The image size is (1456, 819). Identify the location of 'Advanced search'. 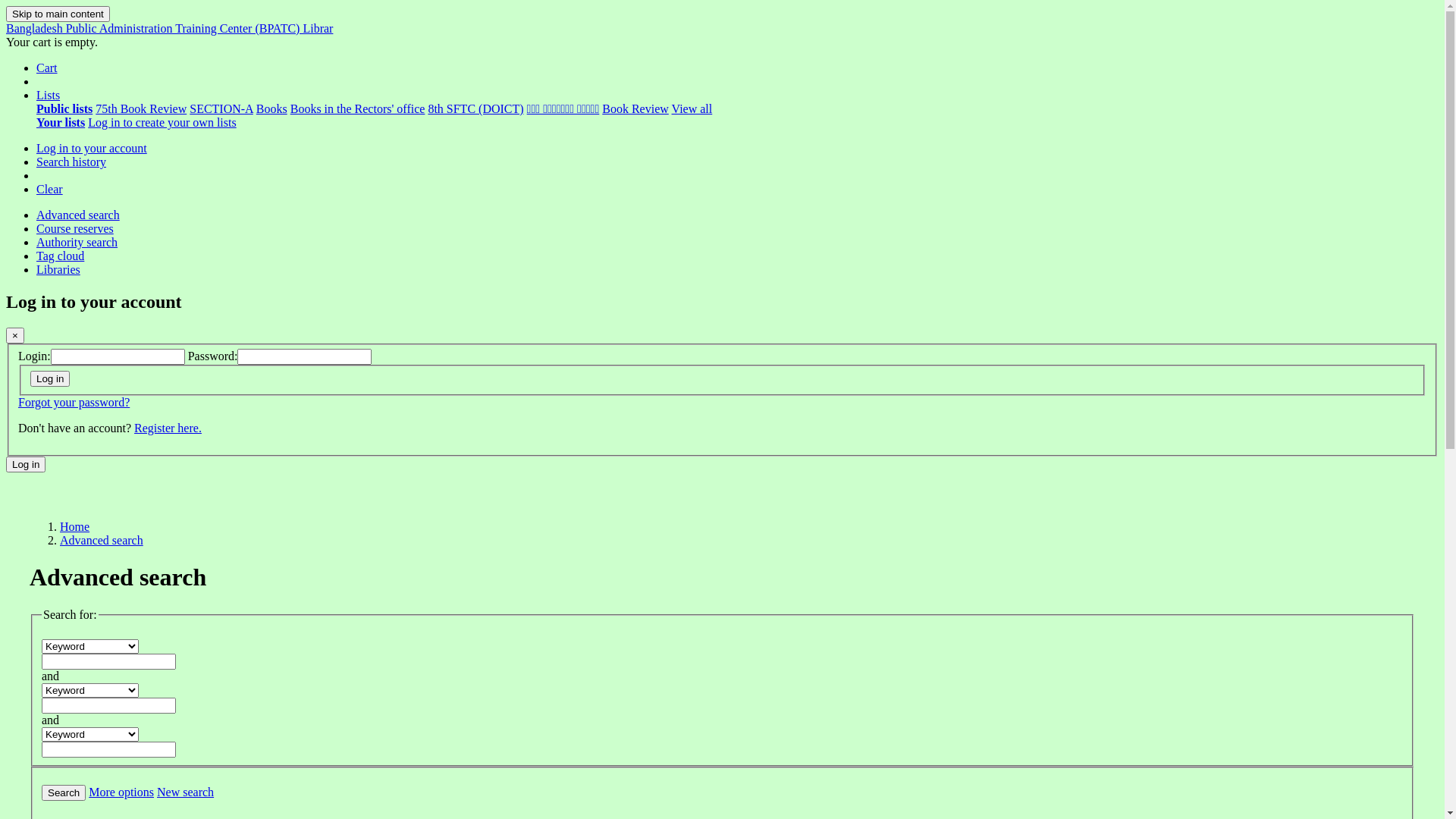
(101, 539).